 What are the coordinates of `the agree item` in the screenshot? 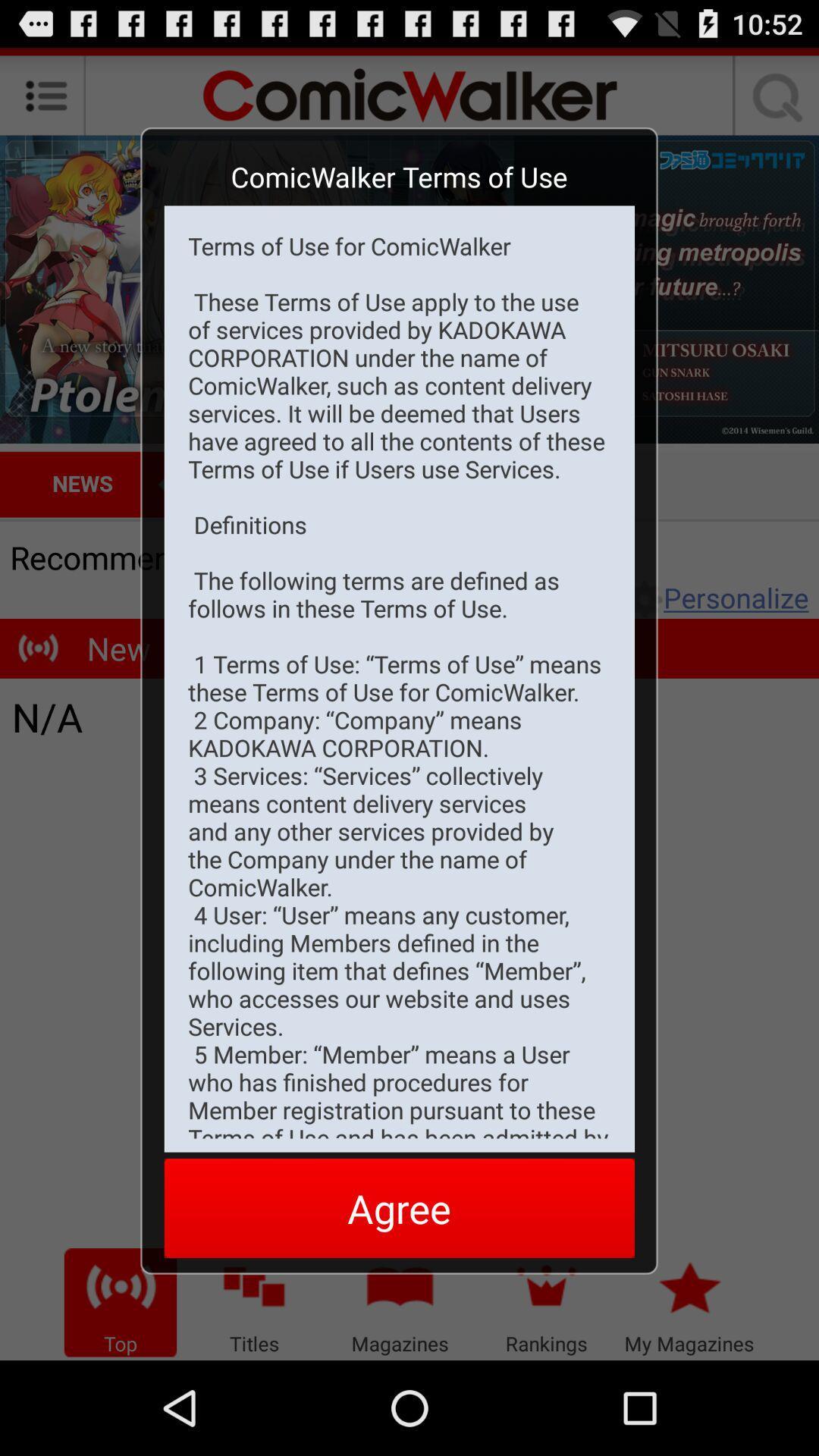 It's located at (398, 1207).